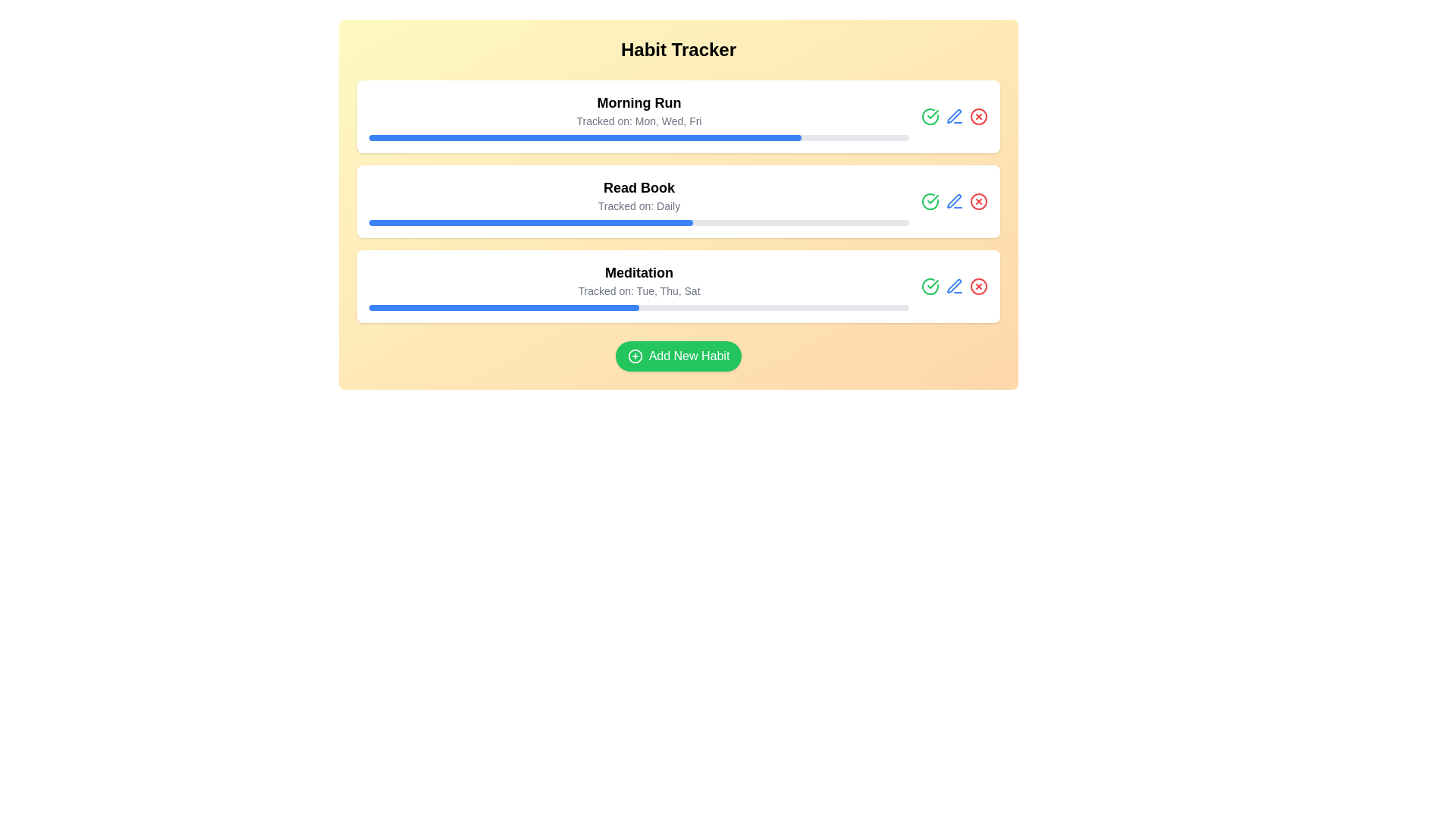 The image size is (1456, 819). I want to click on progress value of the progress bar located under the 'Morning Run' header, which visually represents the completion status of the associated tasks, so click(584, 137).